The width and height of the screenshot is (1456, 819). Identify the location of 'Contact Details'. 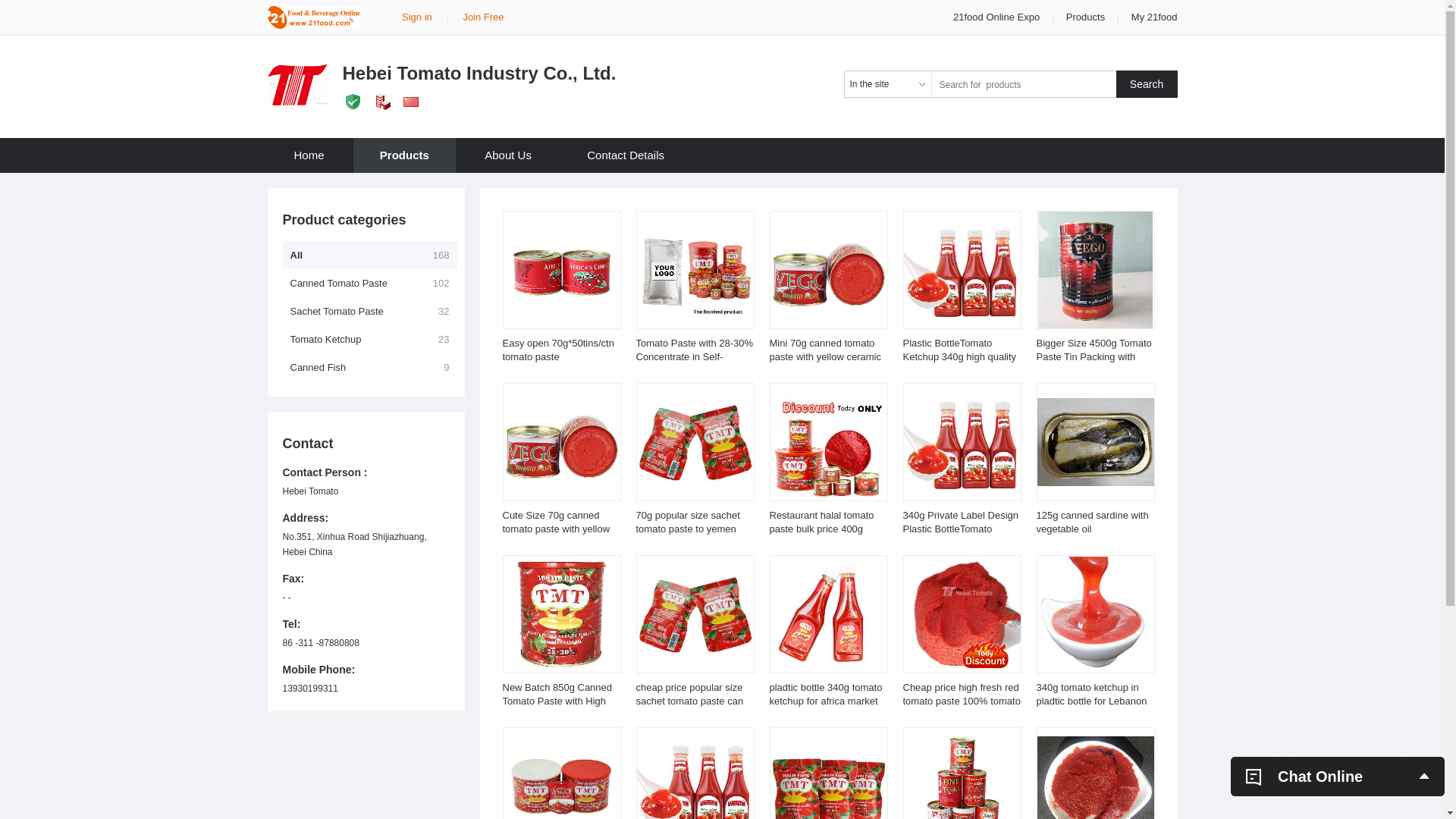
(626, 155).